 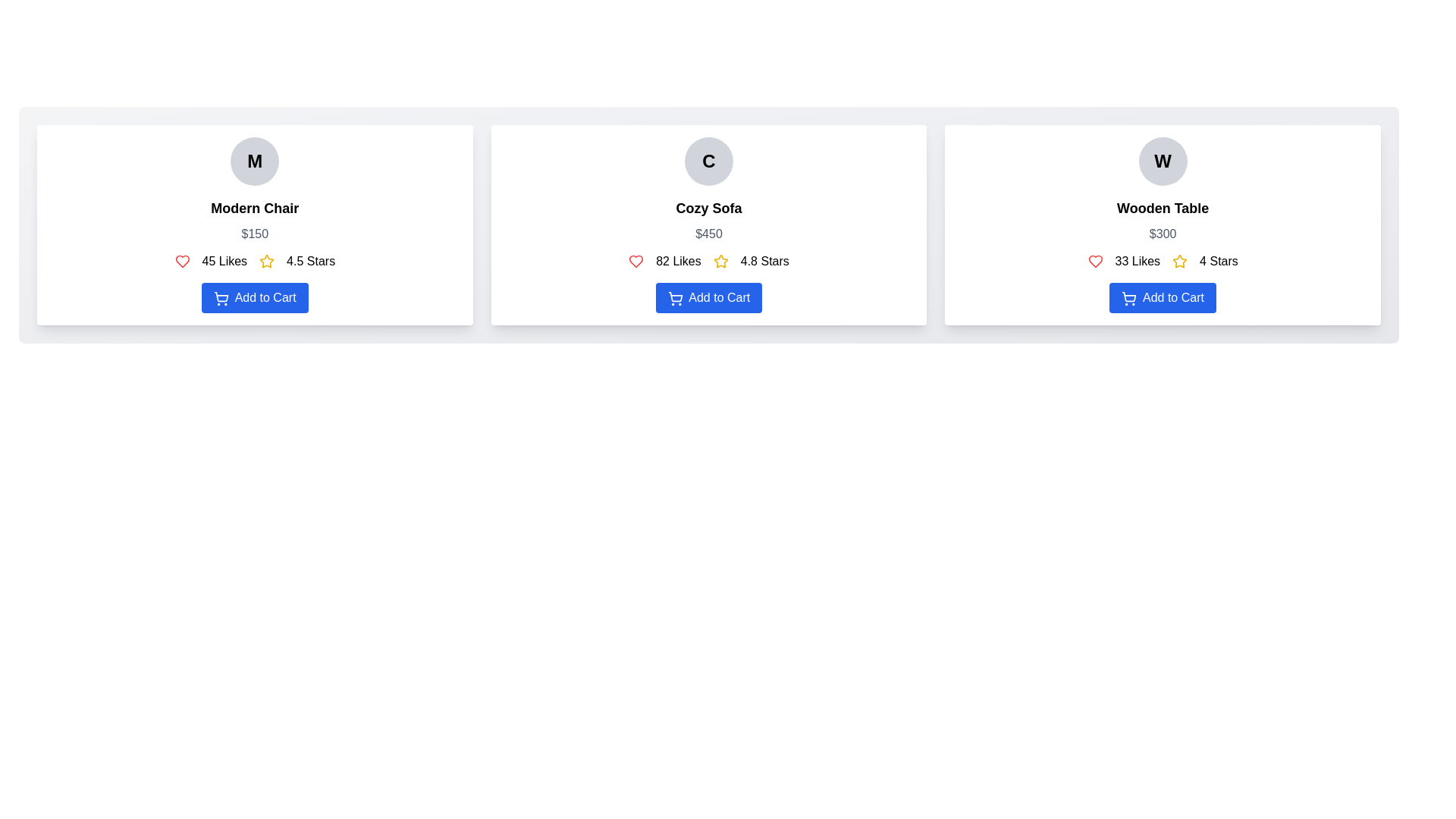 What do you see at coordinates (1179, 260) in the screenshot?
I see `the star icon representing the product rating for the 'Wooden Table', which is positioned to the right of the '33 Likes' heart icon` at bounding box center [1179, 260].